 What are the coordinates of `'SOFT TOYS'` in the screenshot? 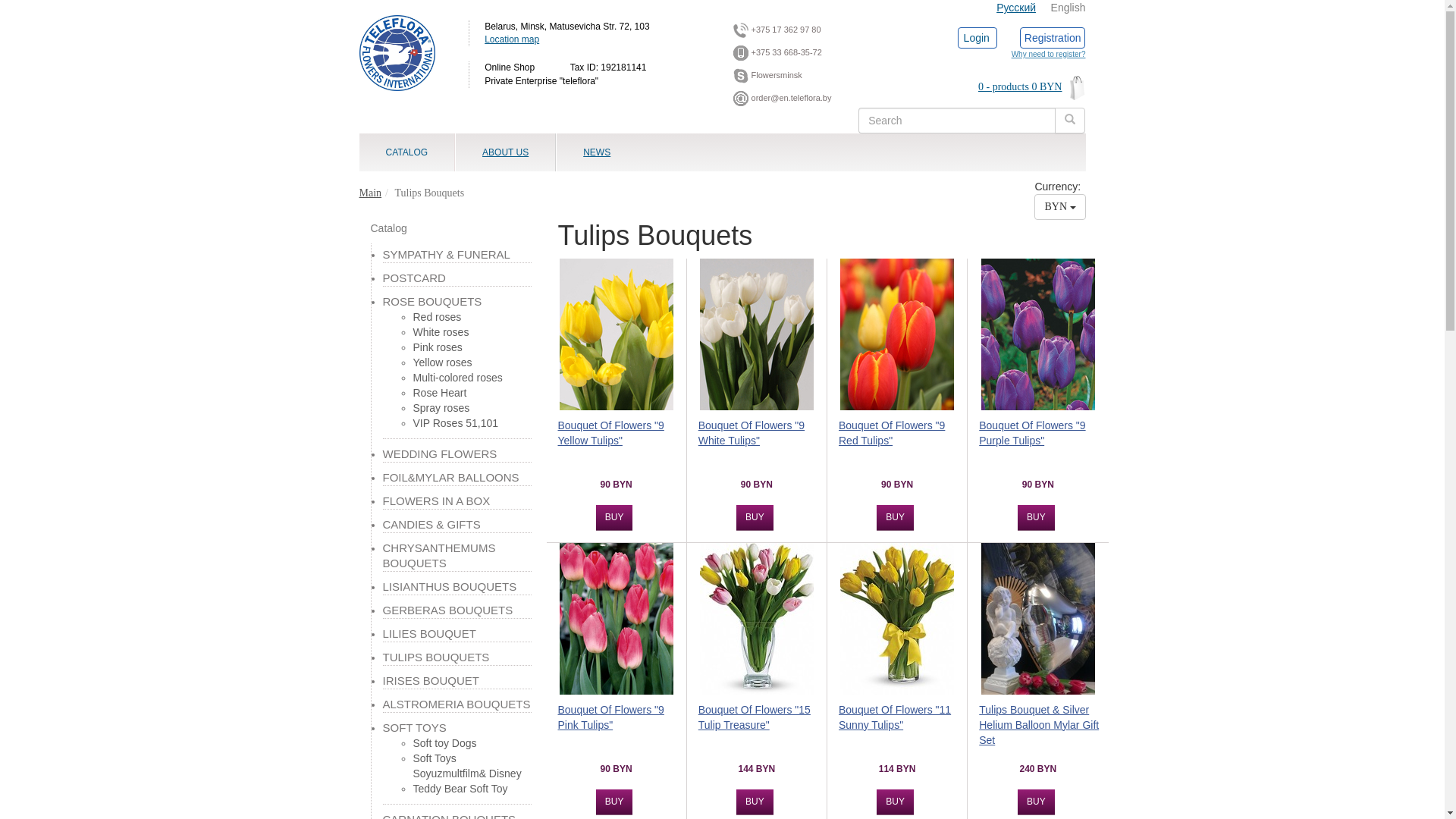 It's located at (414, 726).